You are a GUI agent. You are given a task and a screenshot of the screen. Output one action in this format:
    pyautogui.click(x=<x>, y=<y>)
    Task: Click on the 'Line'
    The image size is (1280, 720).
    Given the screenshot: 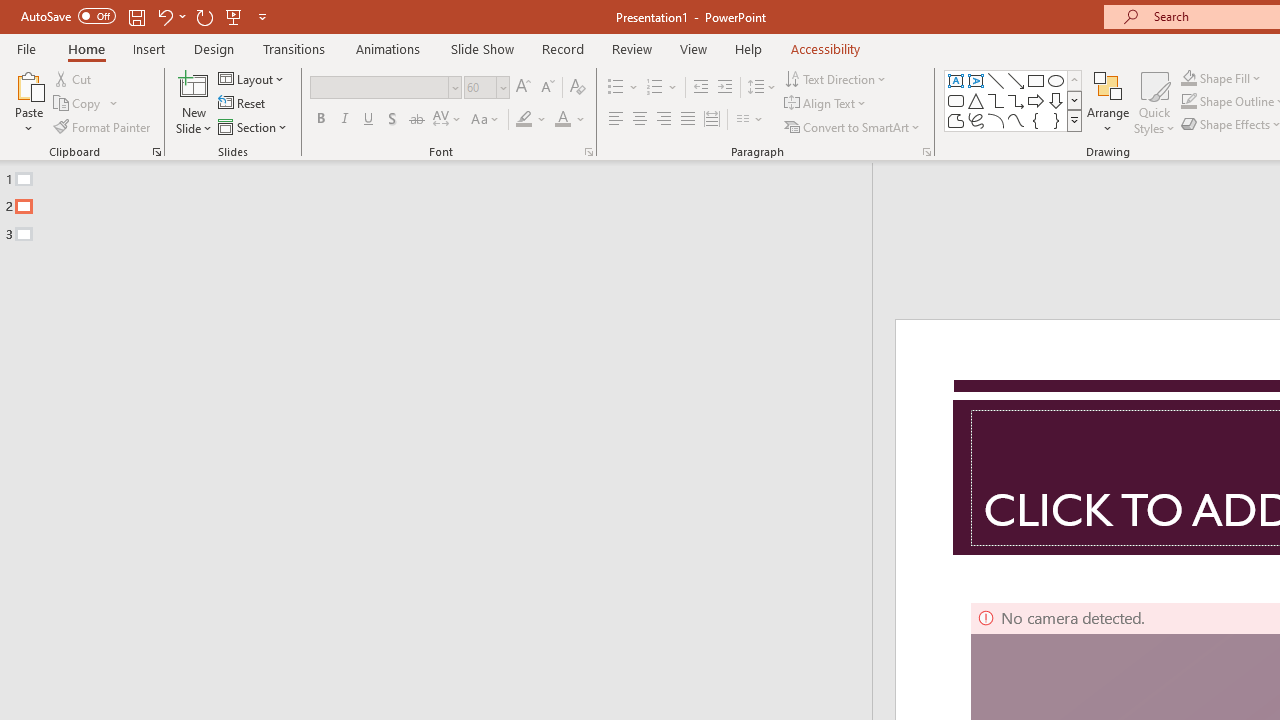 What is the action you would take?
    pyautogui.click(x=995, y=80)
    